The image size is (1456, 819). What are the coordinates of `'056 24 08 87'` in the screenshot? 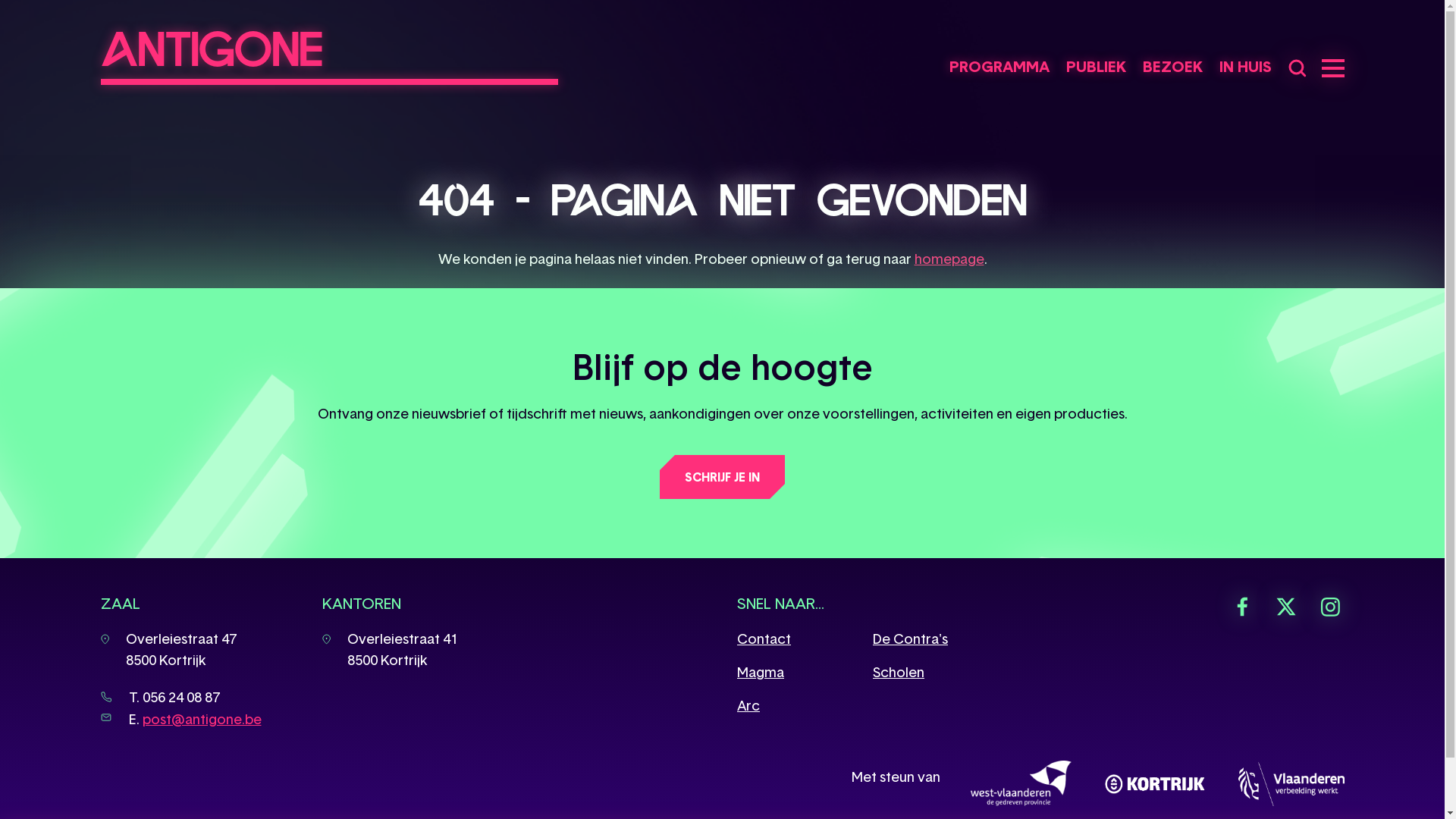 It's located at (181, 697).